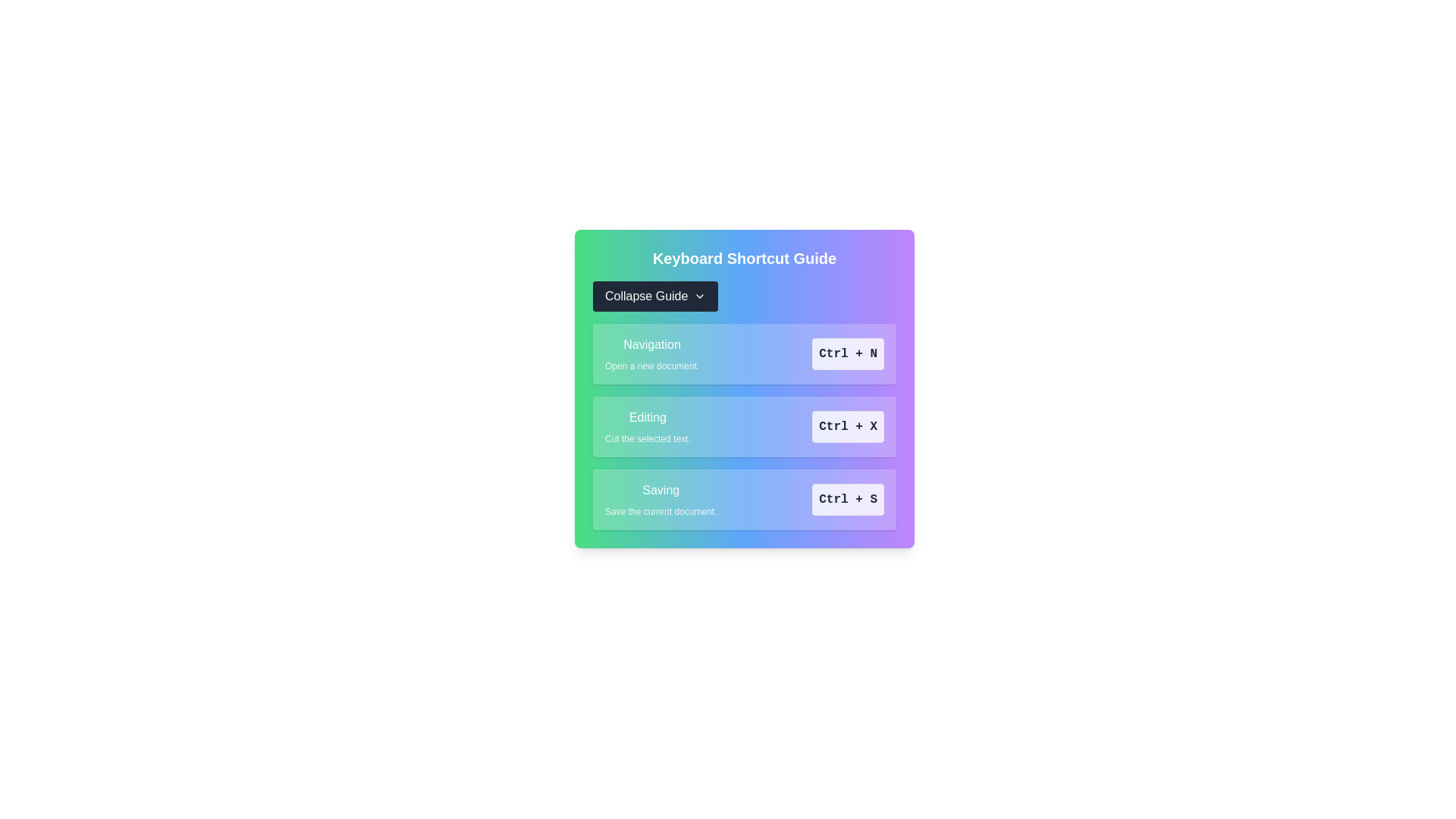  I want to click on the rightmost chevron icon inside the 'Collapse Guide' button, so click(699, 296).